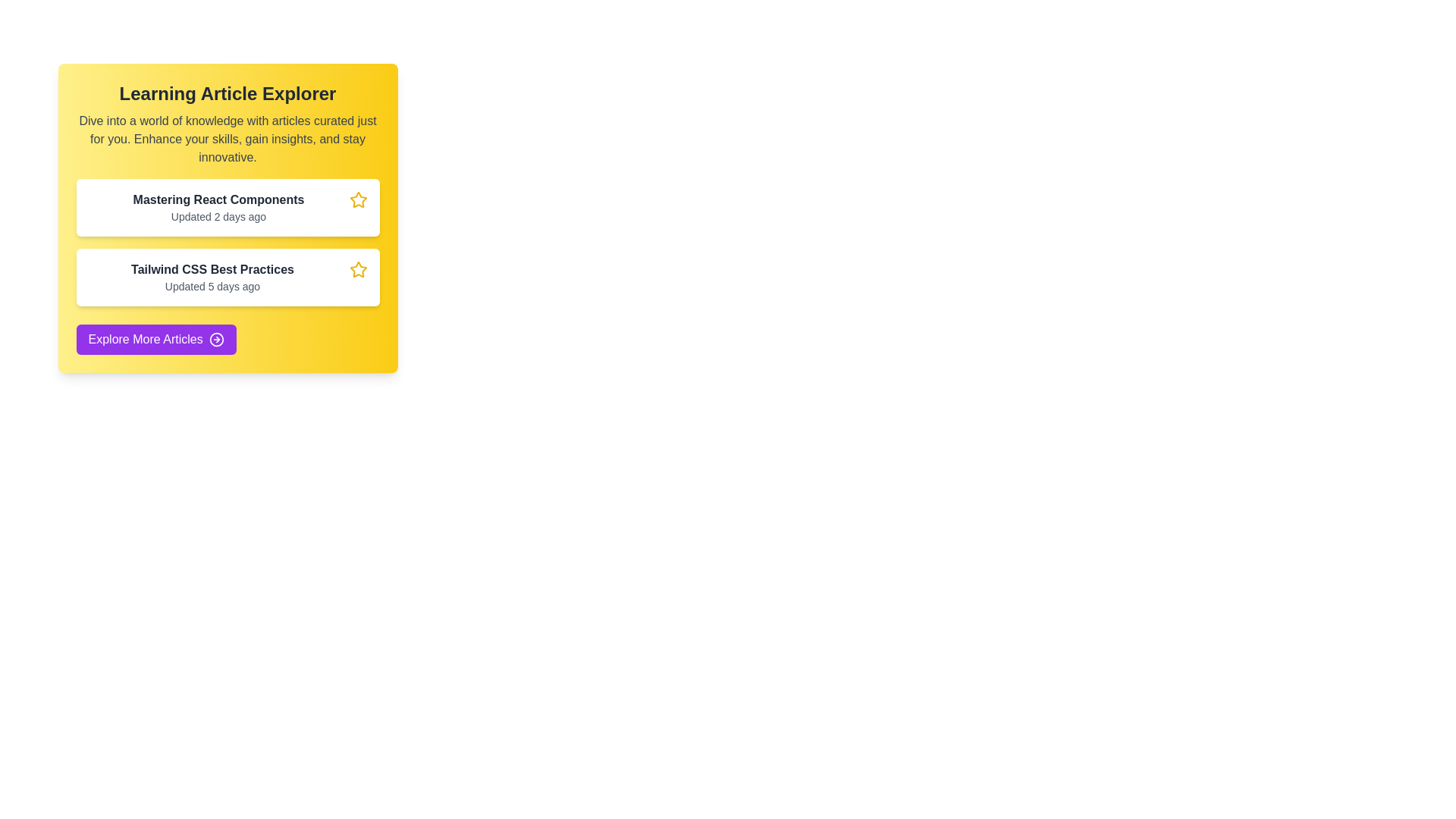  Describe the element at coordinates (156, 338) in the screenshot. I see `the button labeled 'Explore More Articles' with a purple background and white text` at that location.